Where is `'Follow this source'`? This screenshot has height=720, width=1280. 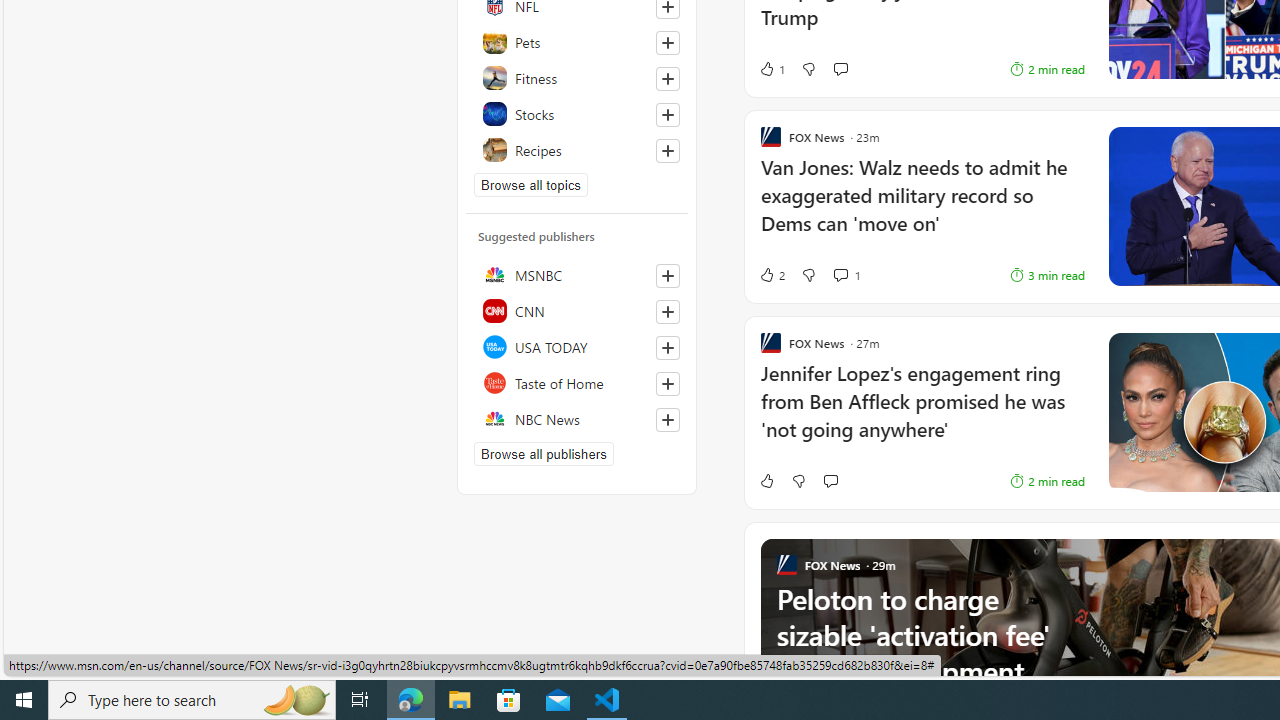 'Follow this source' is located at coordinates (668, 419).